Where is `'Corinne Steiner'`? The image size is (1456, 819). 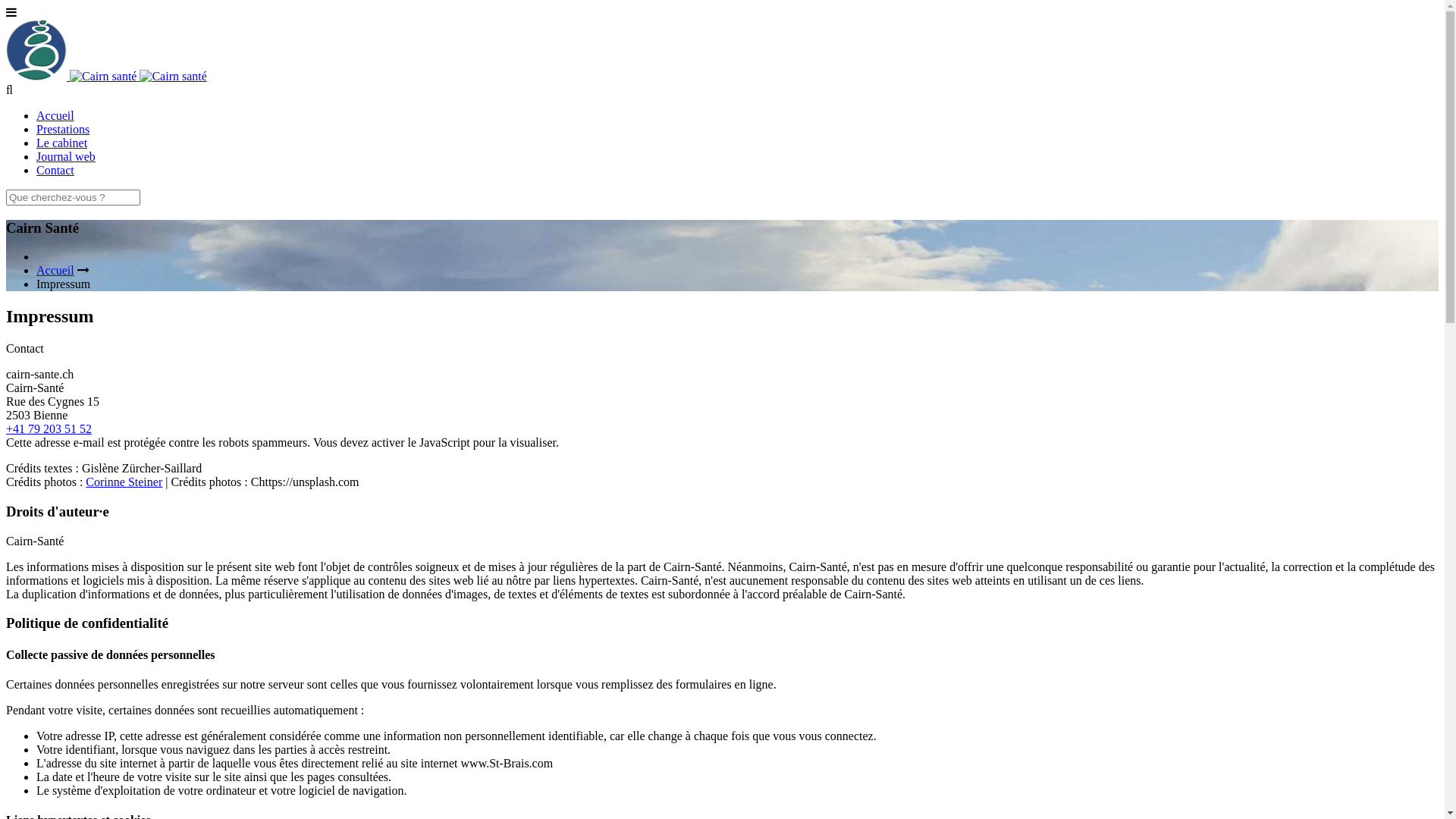
'Corinne Steiner' is located at coordinates (124, 482).